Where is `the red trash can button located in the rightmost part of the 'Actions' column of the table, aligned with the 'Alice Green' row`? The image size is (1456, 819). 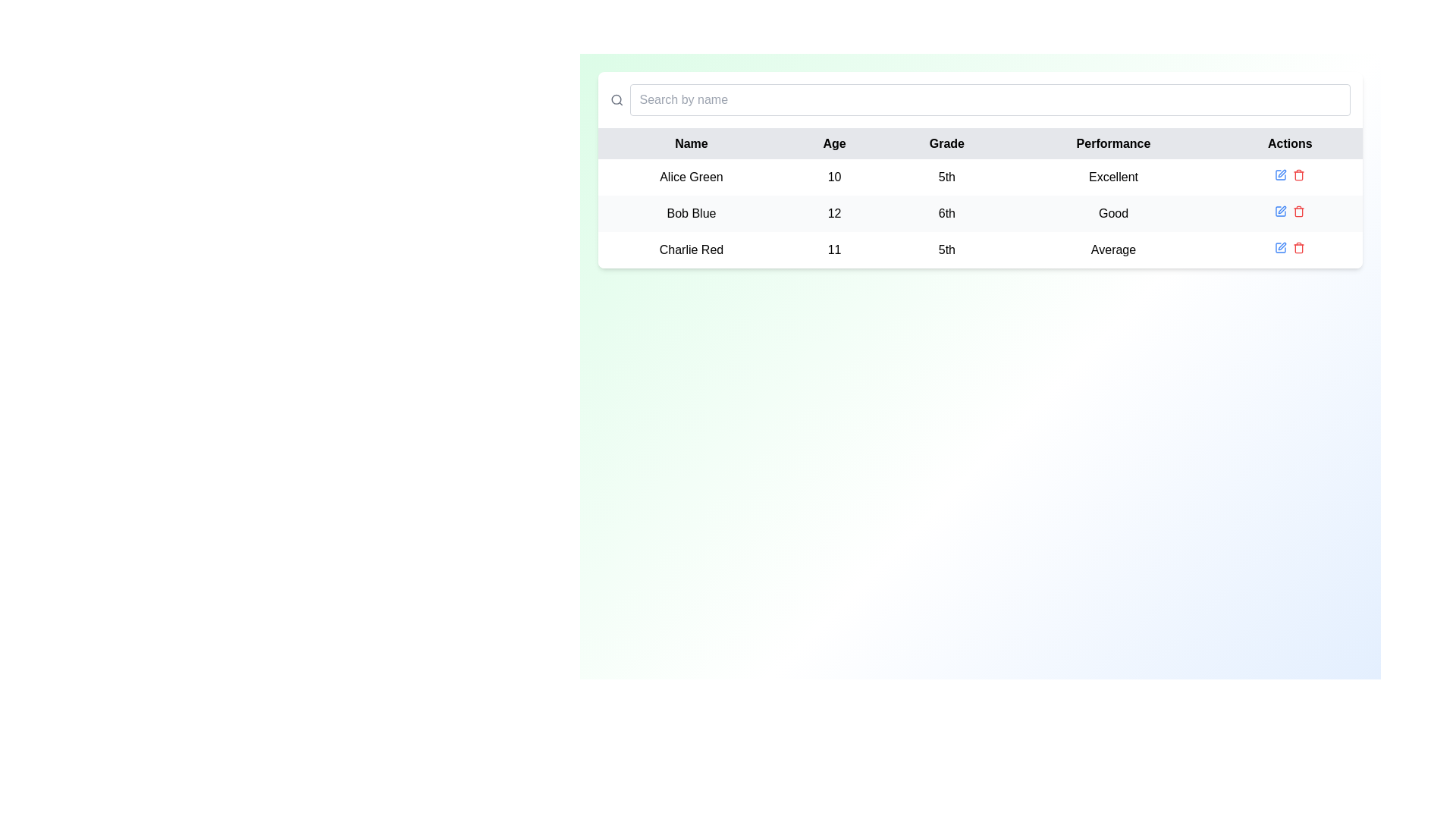 the red trash can button located in the rightmost part of the 'Actions' column of the table, aligned with the 'Alice Green' row is located at coordinates (1298, 174).